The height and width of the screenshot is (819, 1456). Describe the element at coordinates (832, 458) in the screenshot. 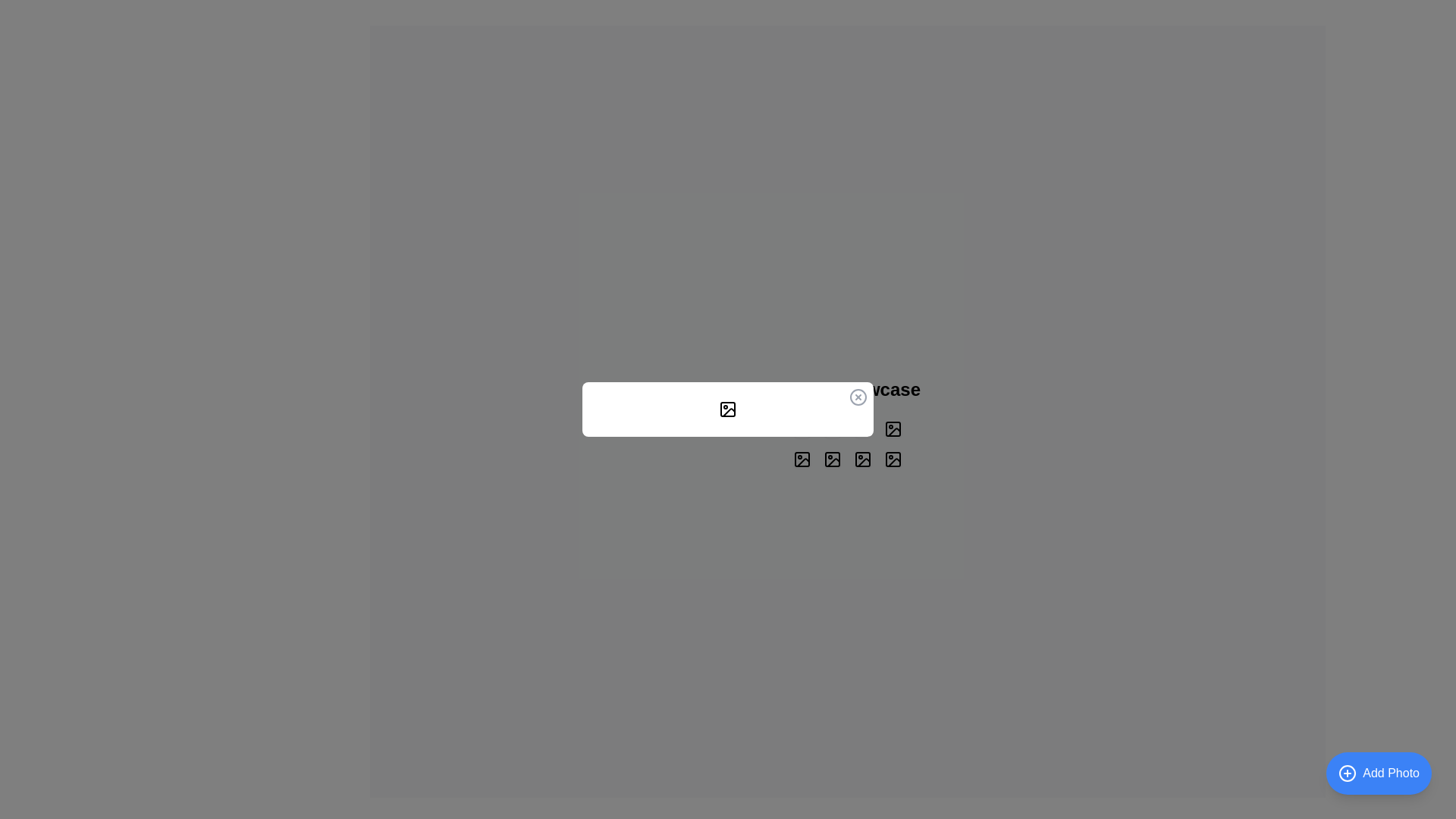

I see `the circular button with a black background and zoom-in icon for keyboard navigation` at that location.